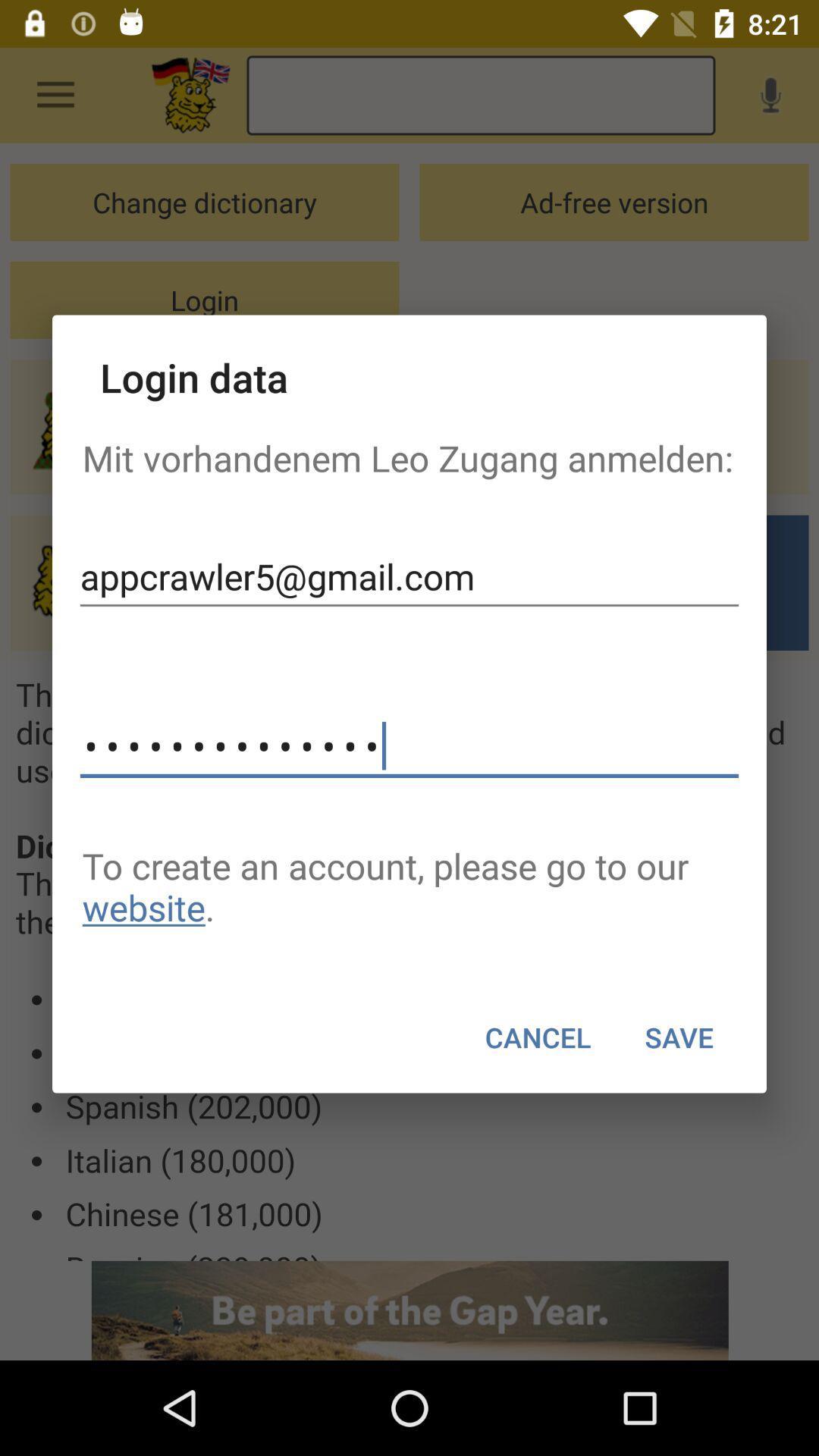 The image size is (819, 1456). Describe the element at coordinates (678, 1037) in the screenshot. I see `save item` at that location.